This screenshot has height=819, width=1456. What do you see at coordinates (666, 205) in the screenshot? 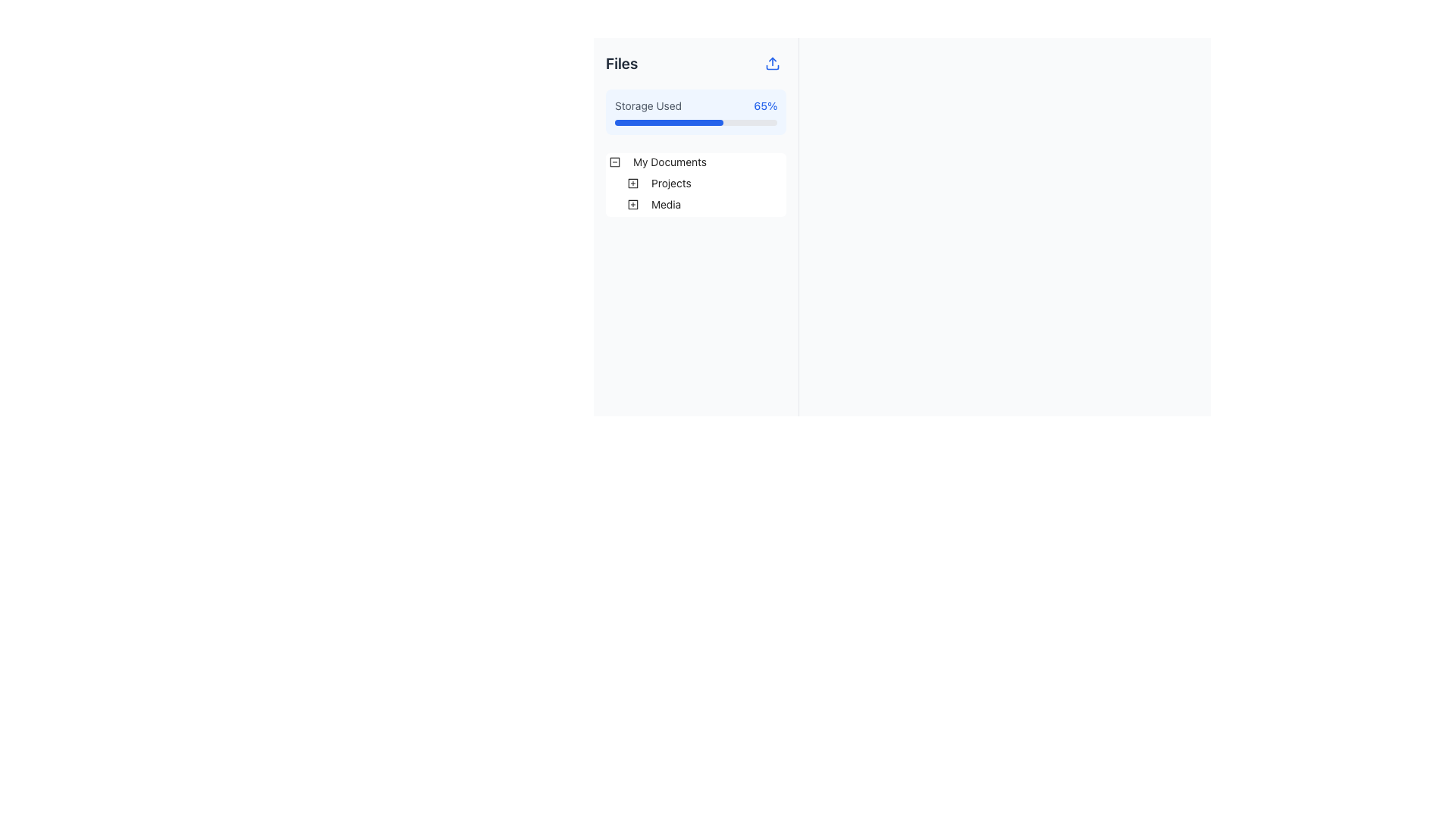
I see `the 'Media' label within the tree item` at bounding box center [666, 205].